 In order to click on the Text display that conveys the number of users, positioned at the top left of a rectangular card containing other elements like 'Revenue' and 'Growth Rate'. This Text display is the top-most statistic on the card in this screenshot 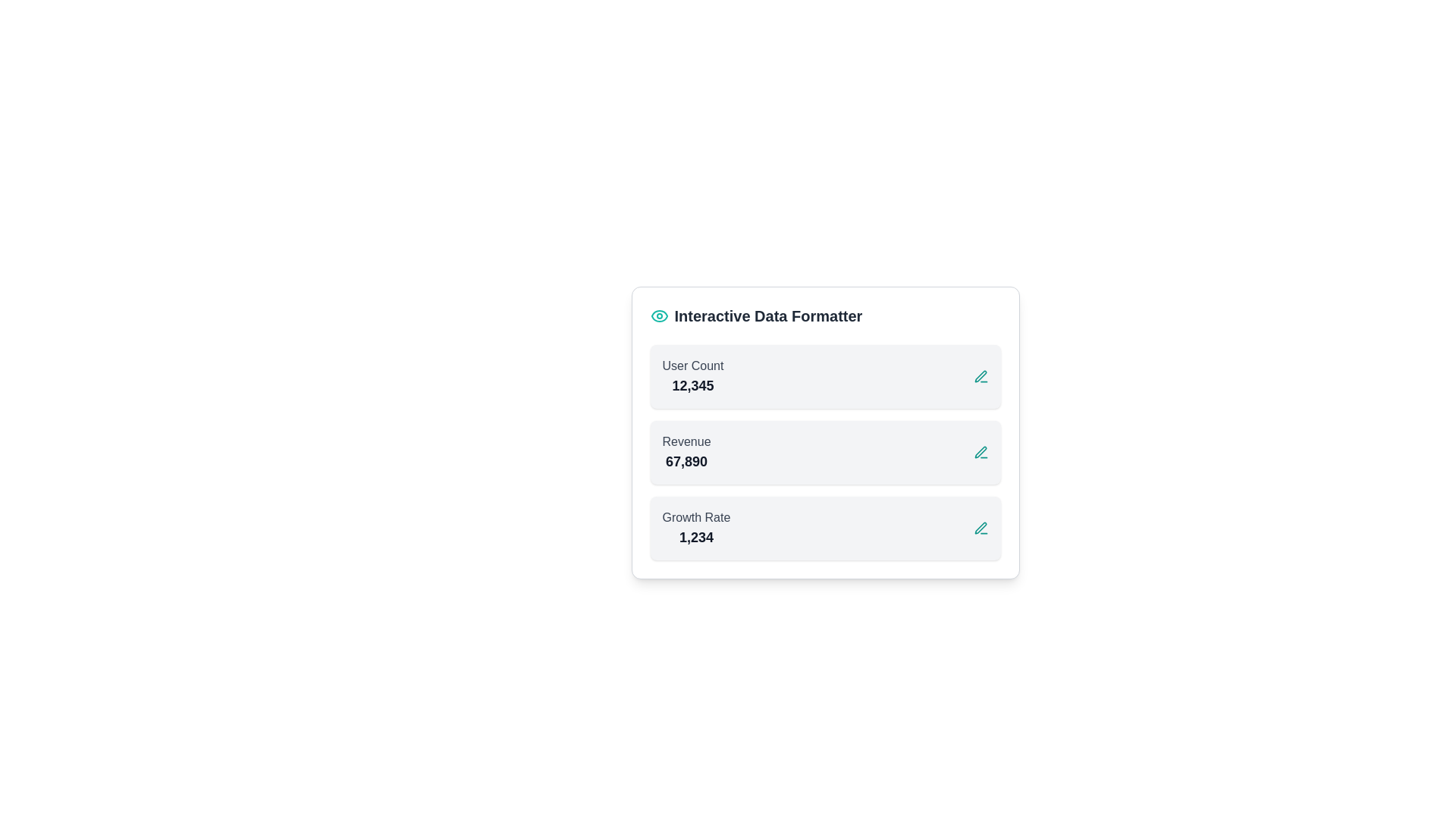, I will do `click(692, 376)`.